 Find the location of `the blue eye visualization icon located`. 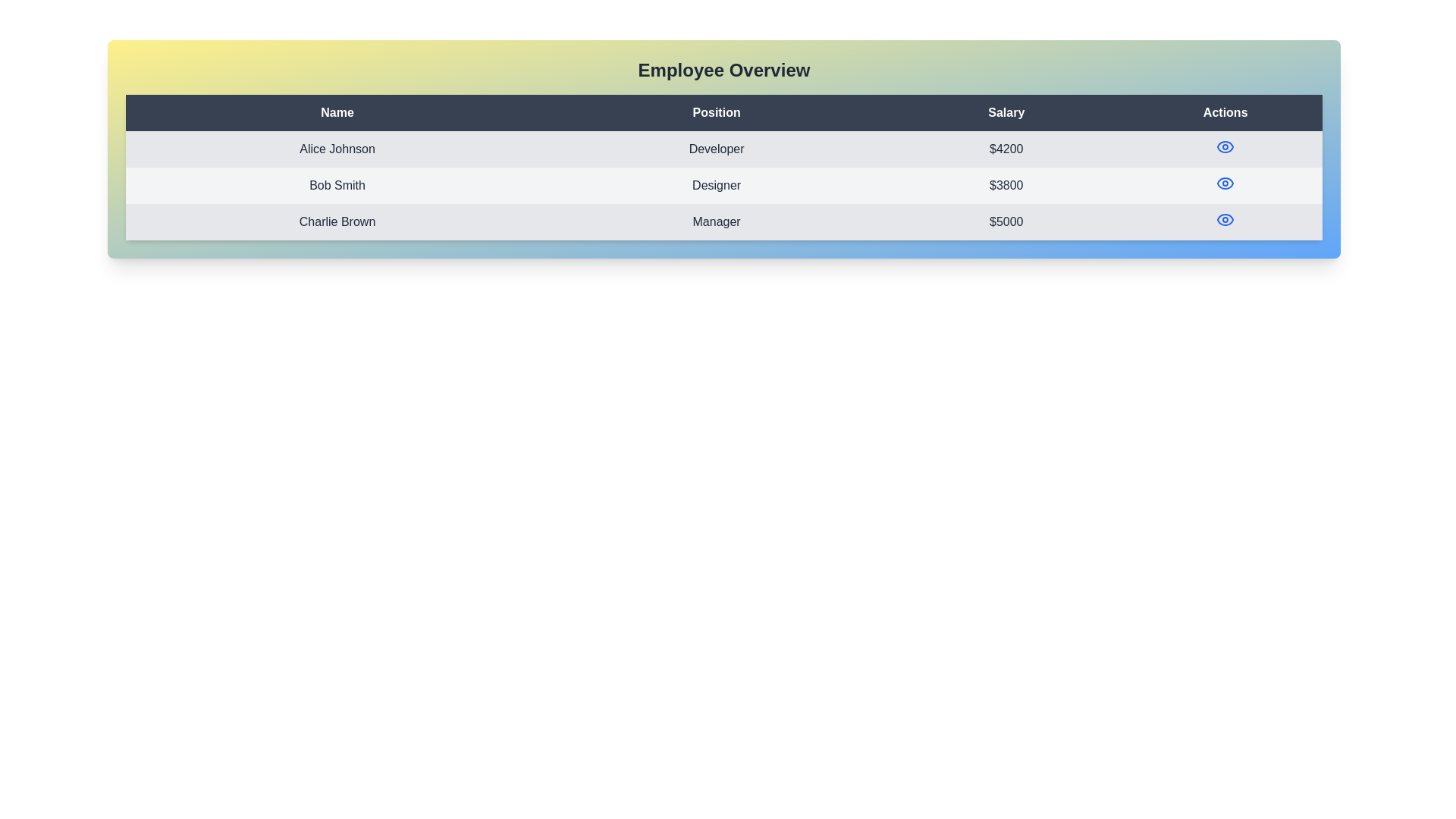

the blue eye visualization icon located is located at coordinates (1225, 146).